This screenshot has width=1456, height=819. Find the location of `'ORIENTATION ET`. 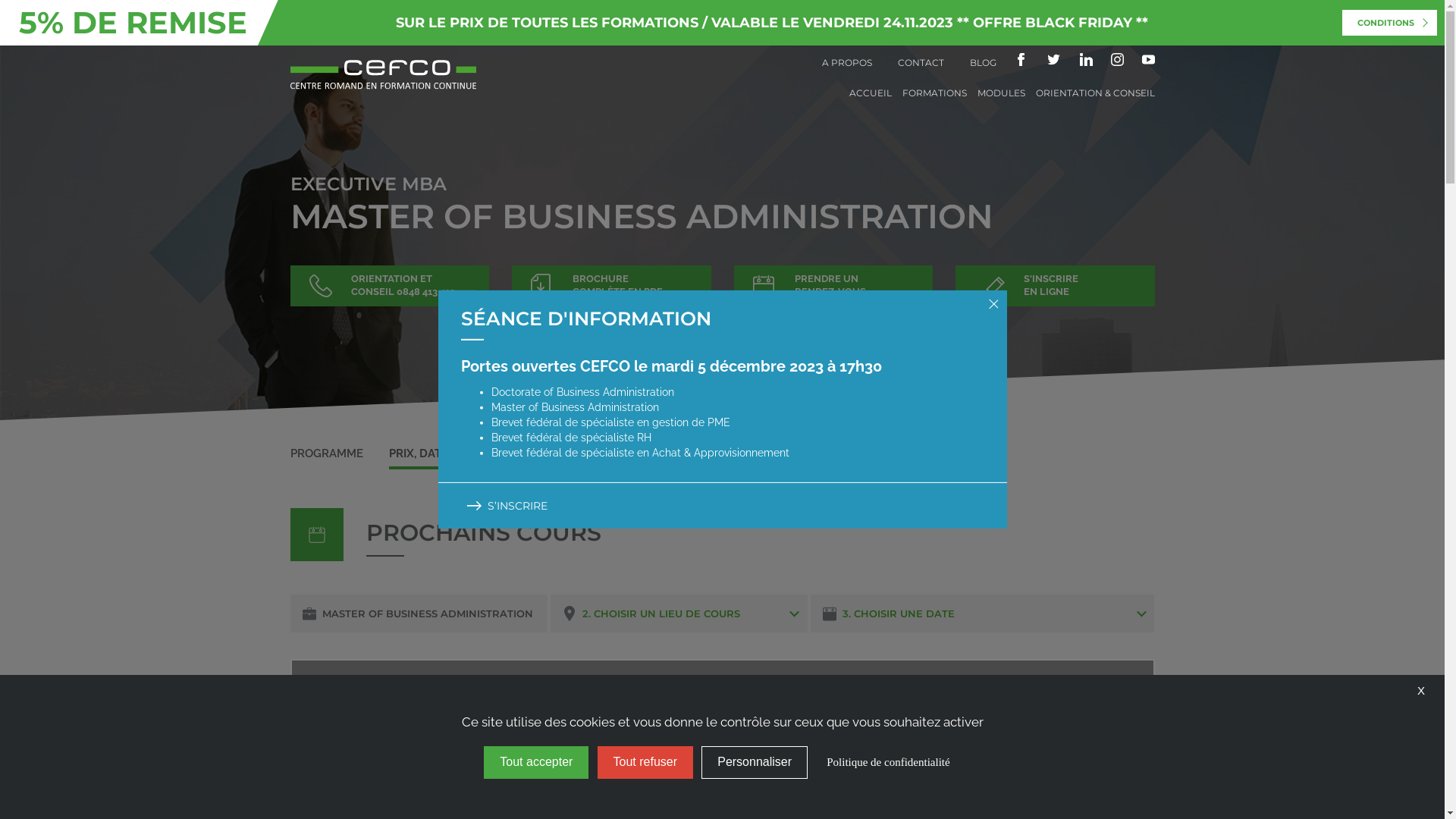

'ORIENTATION ET is located at coordinates (290, 286).